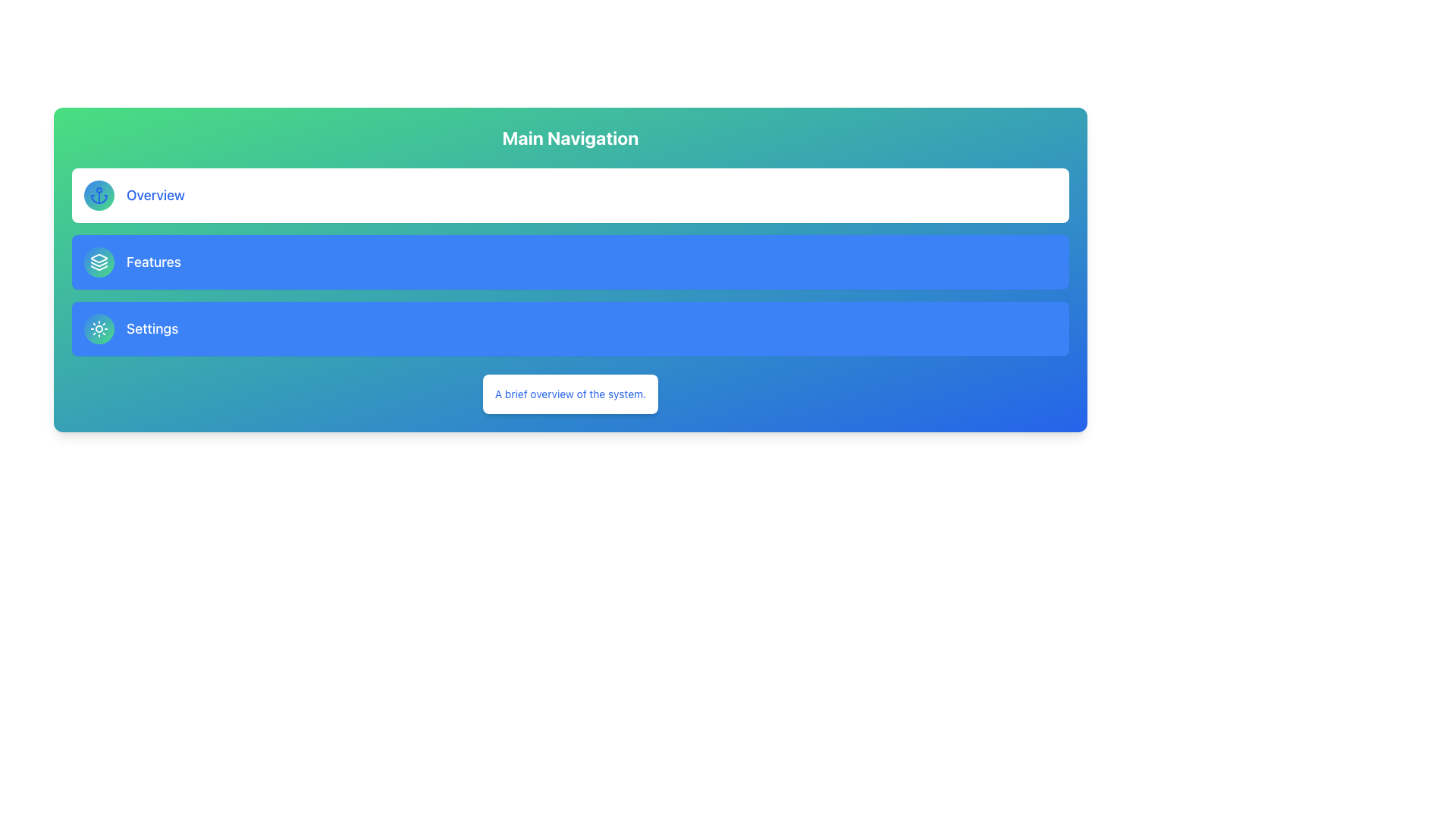 This screenshot has height=819, width=1456. What do you see at coordinates (98, 262) in the screenshot?
I see `the vector graphic icon with a white outline, located within the circular button to the left of the 'Features' label in the main navigation menu` at bounding box center [98, 262].